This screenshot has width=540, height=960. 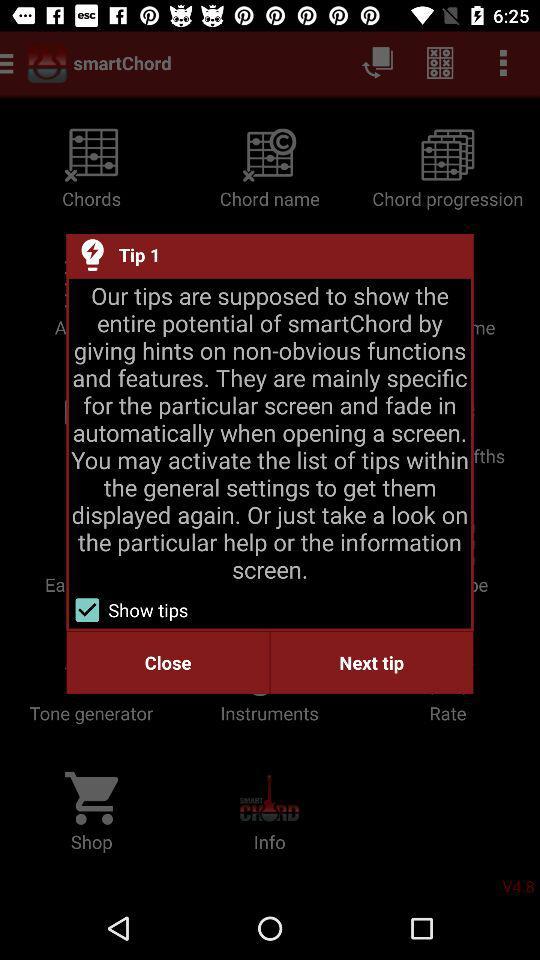 What do you see at coordinates (167, 662) in the screenshot?
I see `icon next to next tip` at bounding box center [167, 662].